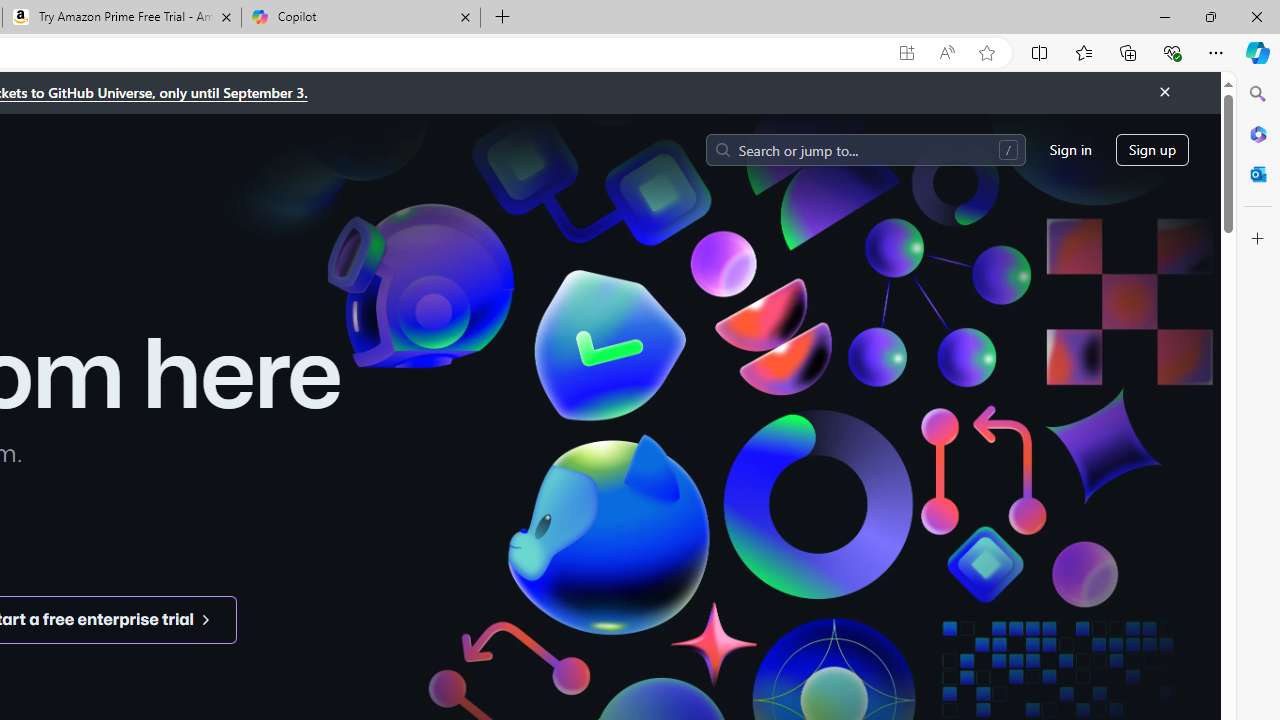  I want to click on 'Restore', so click(1209, 16).